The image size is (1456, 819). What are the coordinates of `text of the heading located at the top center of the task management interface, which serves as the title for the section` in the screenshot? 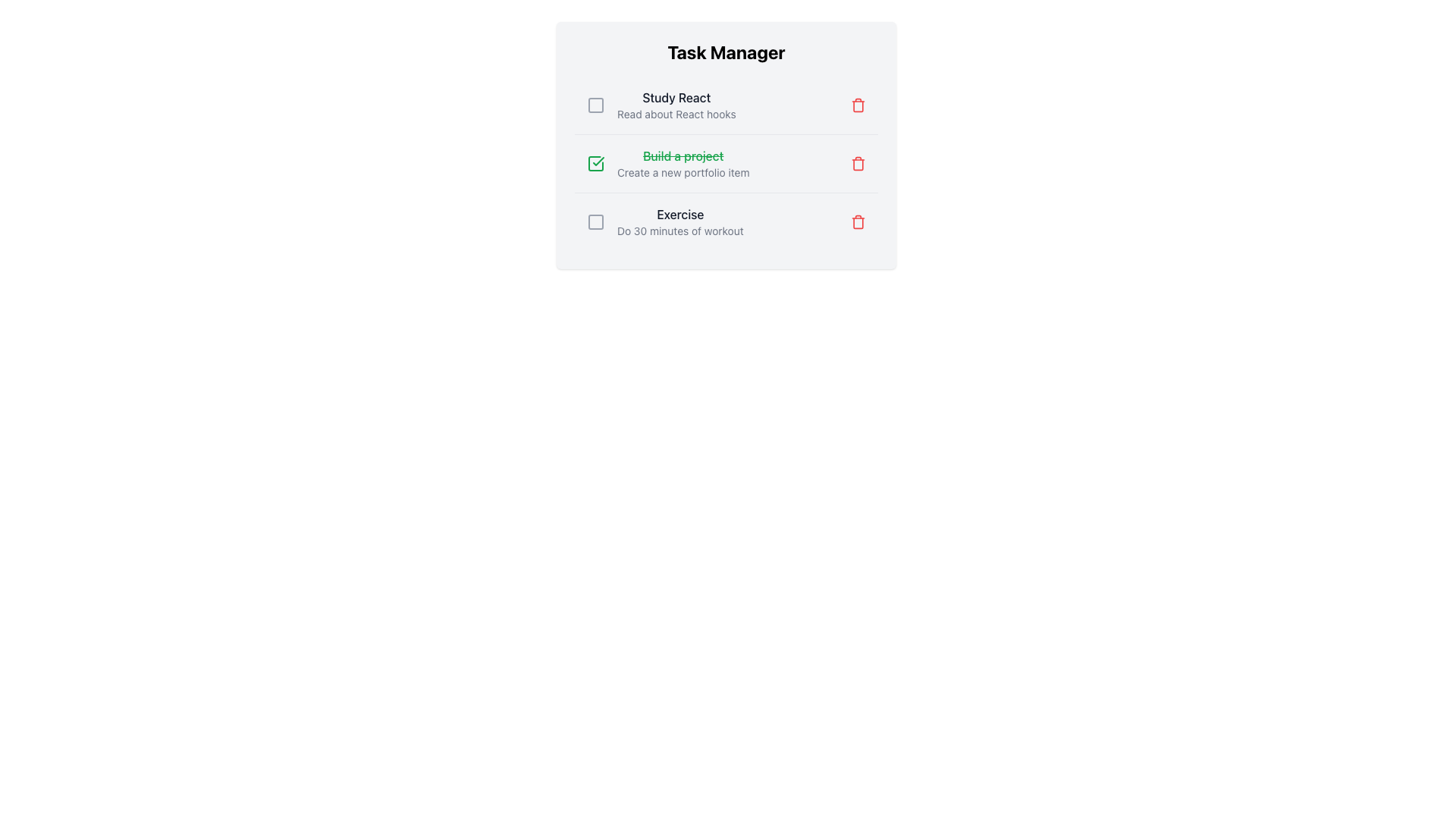 It's located at (726, 52).